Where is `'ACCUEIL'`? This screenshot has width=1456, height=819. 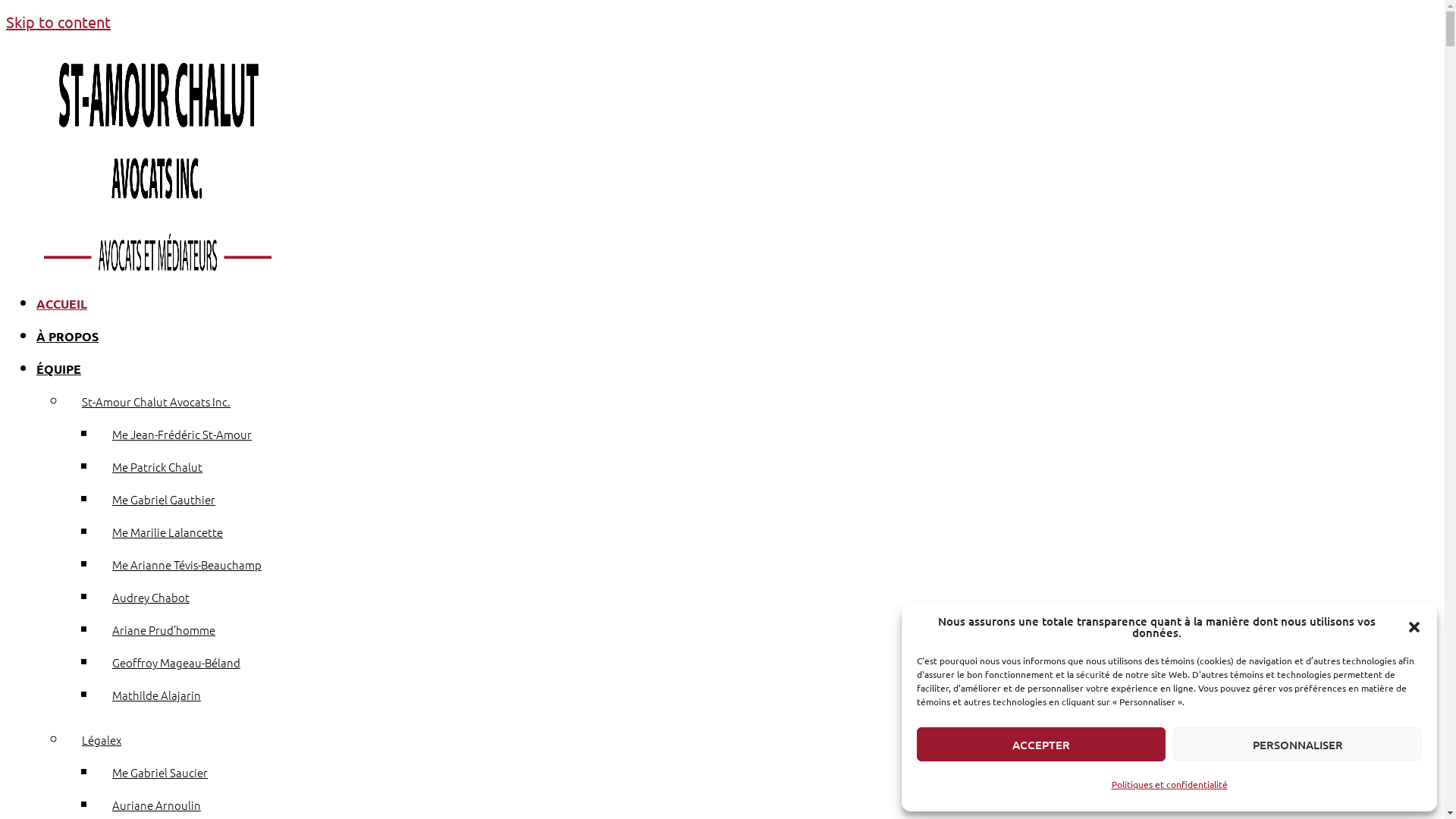 'ACCUEIL' is located at coordinates (61, 303).